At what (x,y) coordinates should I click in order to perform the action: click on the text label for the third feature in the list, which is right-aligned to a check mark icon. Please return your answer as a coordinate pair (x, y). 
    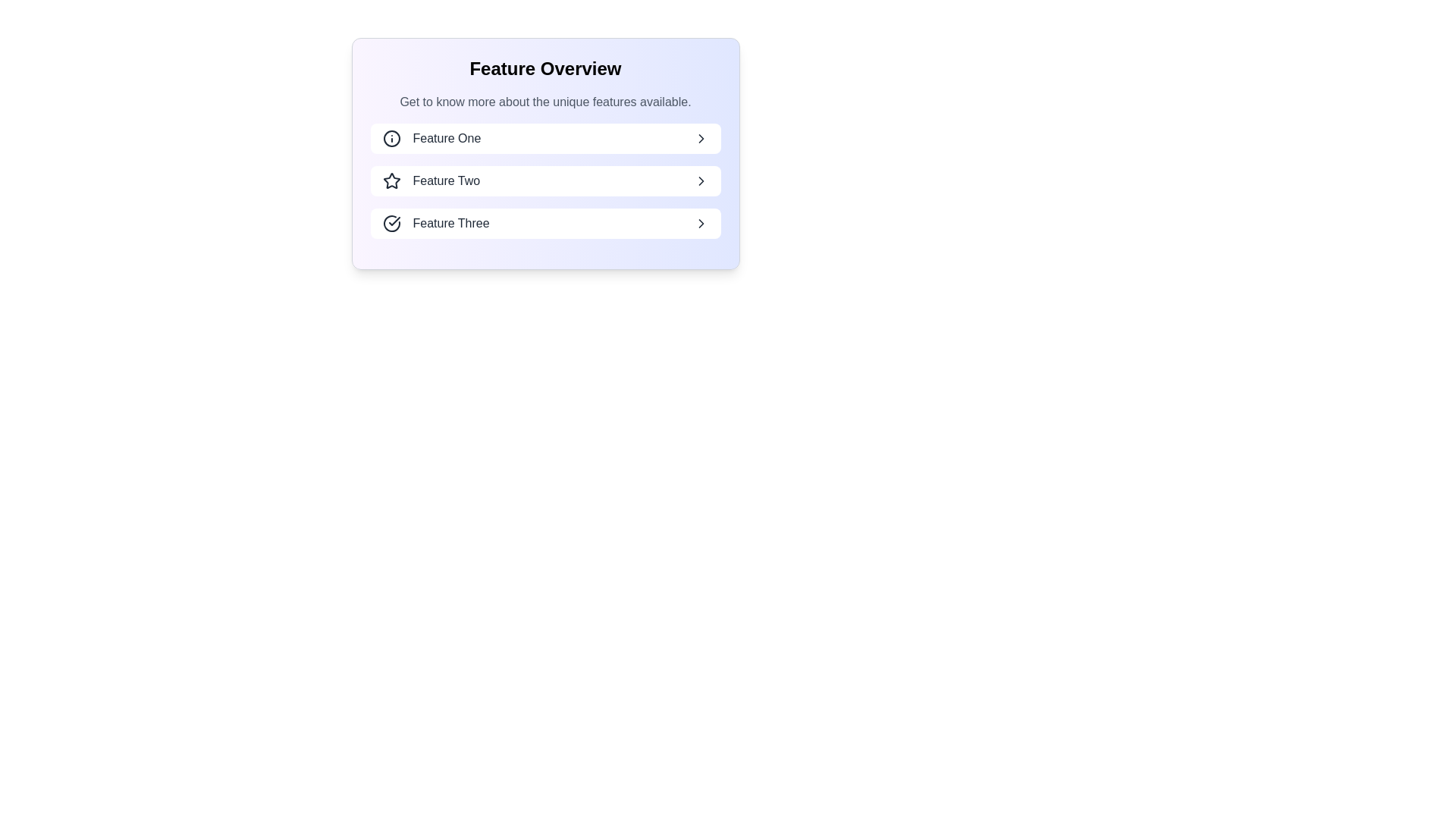
    Looking at the image, I should click on (450, 223).